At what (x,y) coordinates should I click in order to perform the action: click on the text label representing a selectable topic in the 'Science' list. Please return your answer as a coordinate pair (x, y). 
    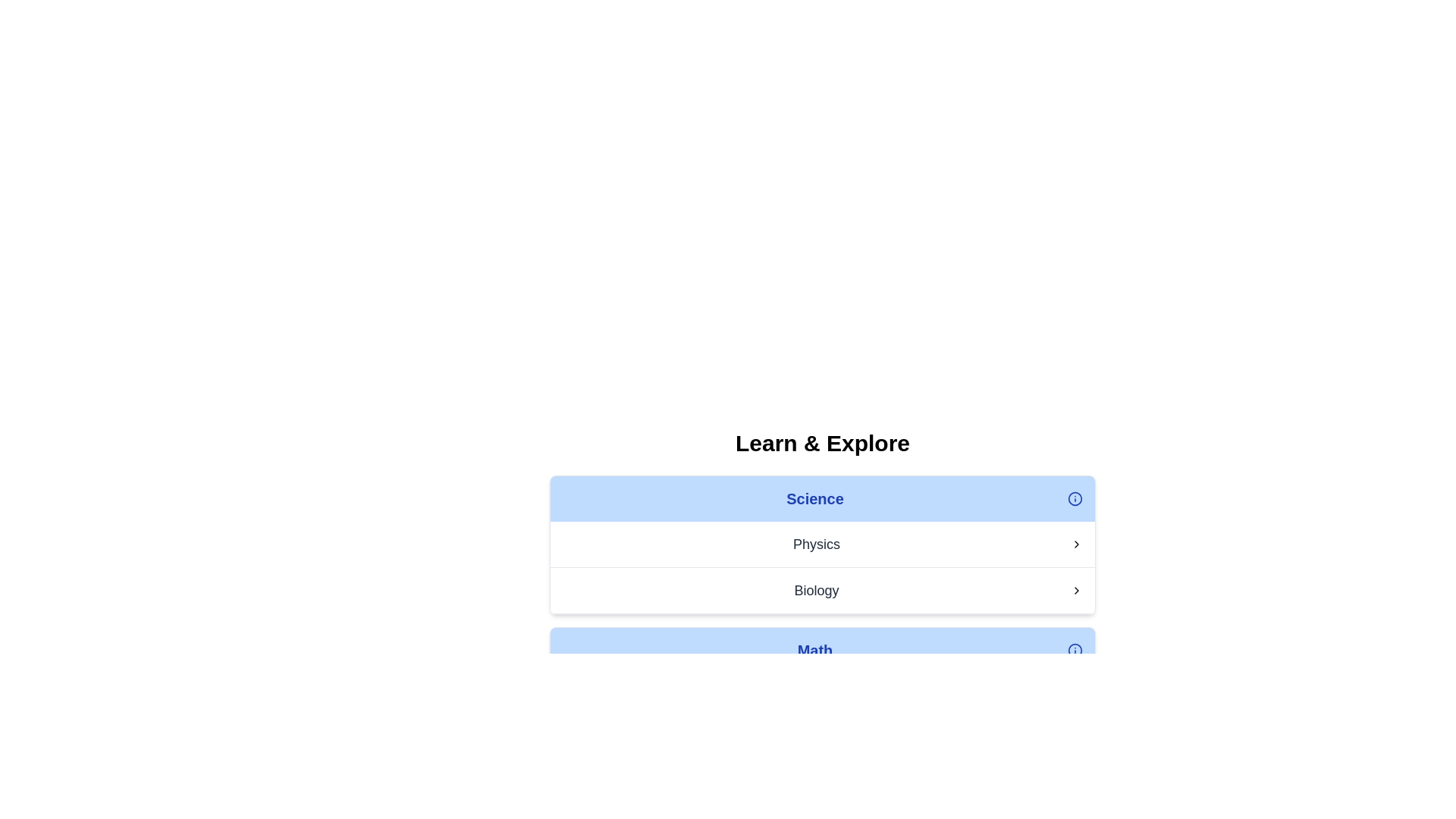
    Looking at the image, I should click on (815, 590).